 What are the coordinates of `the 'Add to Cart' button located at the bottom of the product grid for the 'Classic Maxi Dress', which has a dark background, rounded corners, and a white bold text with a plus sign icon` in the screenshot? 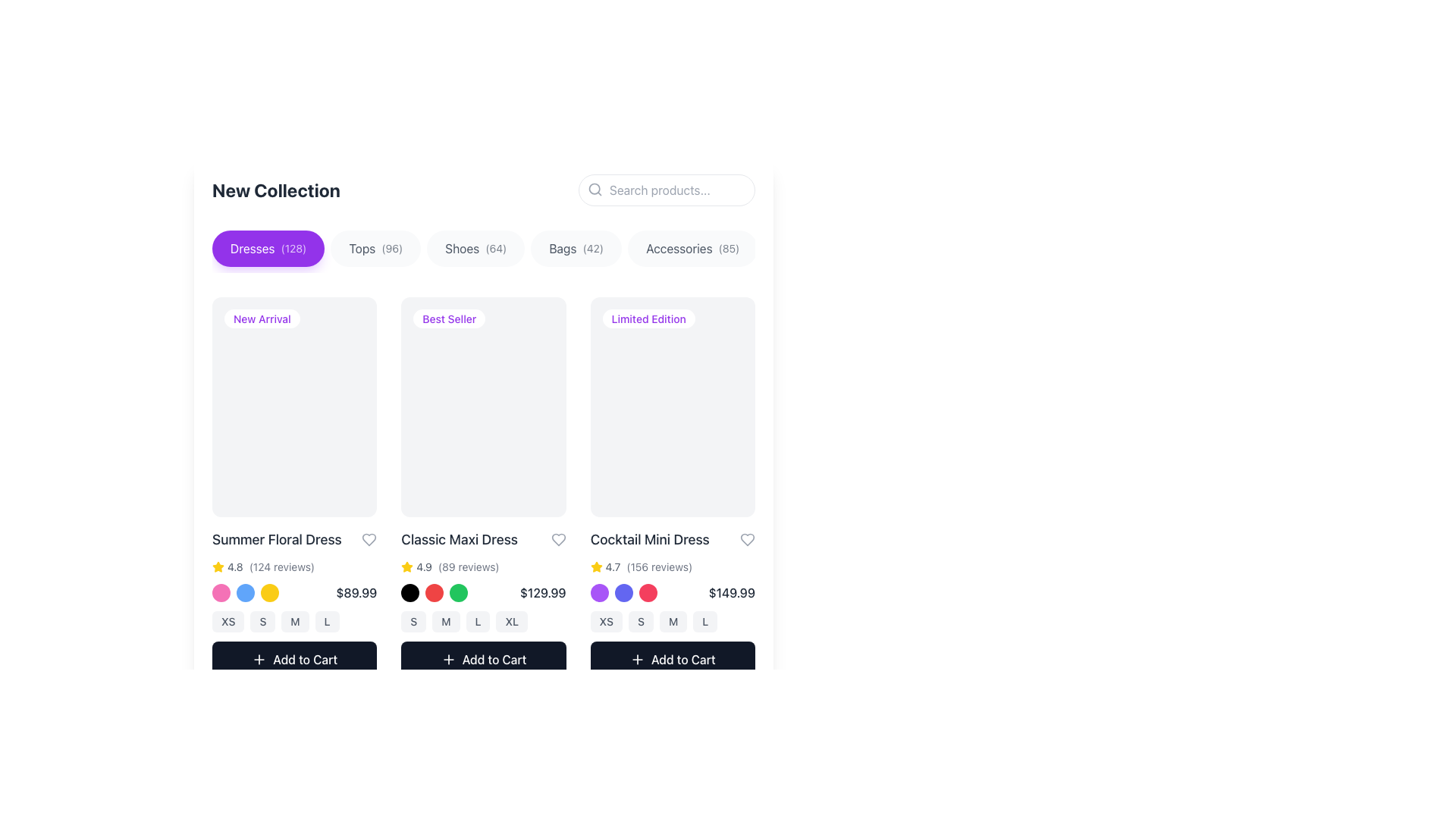 It's located at (483, 658).